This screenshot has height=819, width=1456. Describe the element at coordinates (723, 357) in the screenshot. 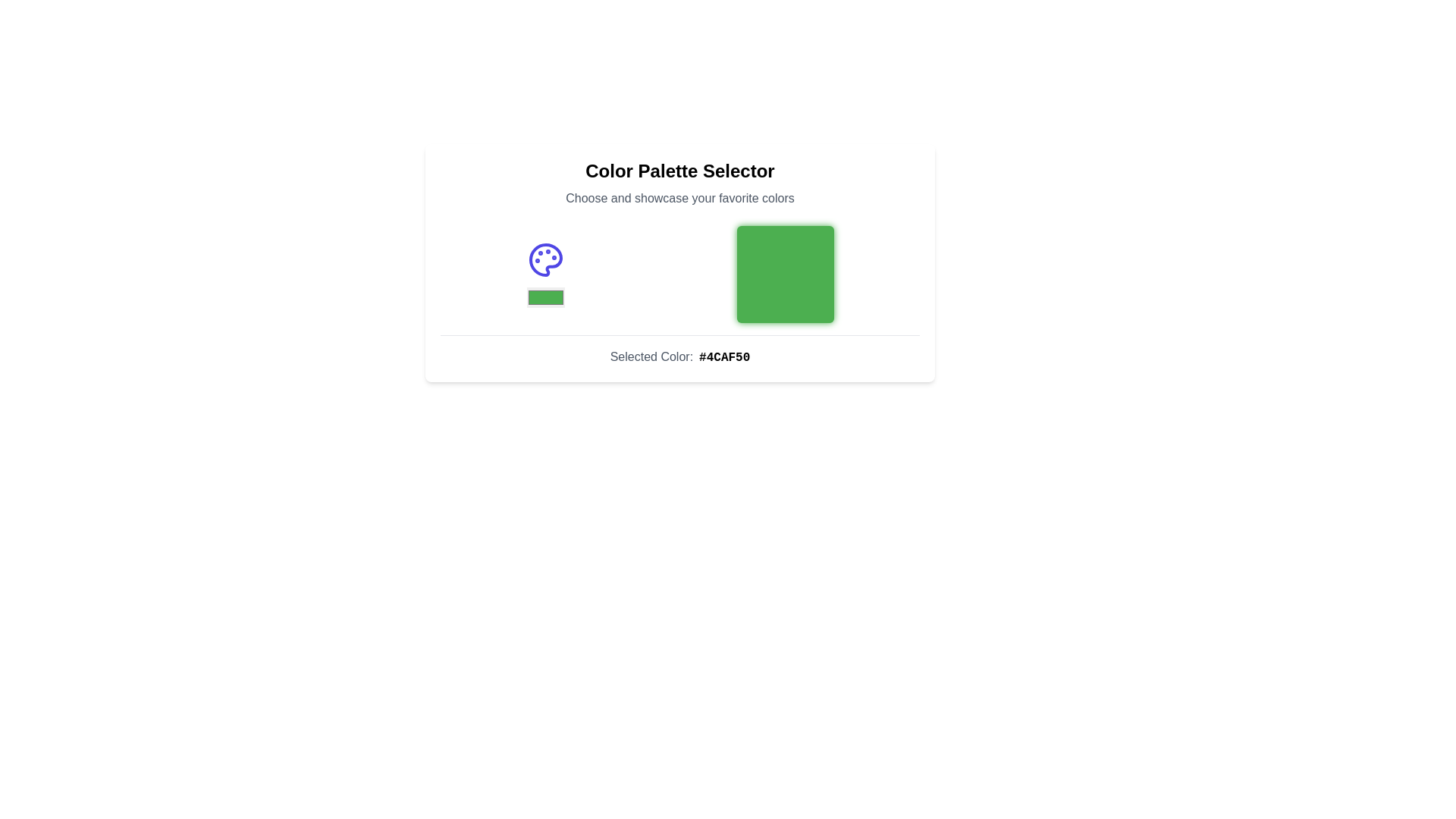

I see `text label displaying '#4CAF50' that is adjacent to 'Selected Color:' in the lower section of the interface` at that location.